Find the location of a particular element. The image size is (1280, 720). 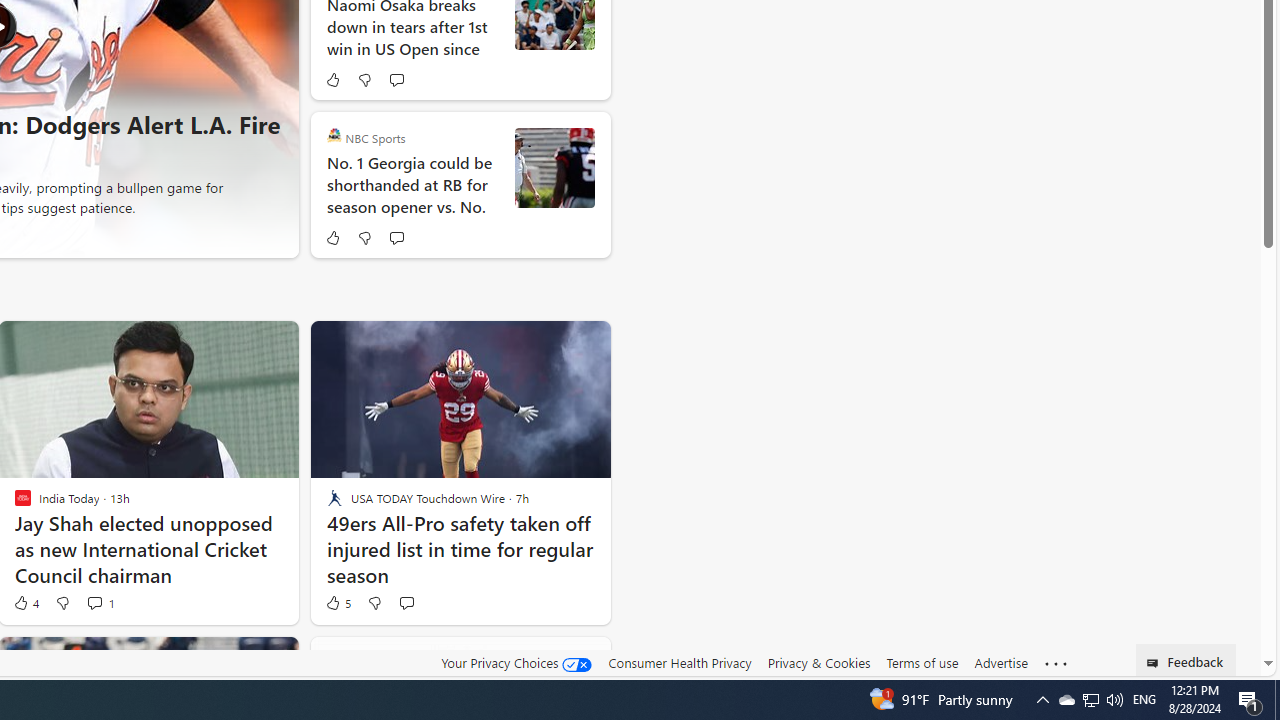

'Start the conversation' is located at coordinates (405, 601).